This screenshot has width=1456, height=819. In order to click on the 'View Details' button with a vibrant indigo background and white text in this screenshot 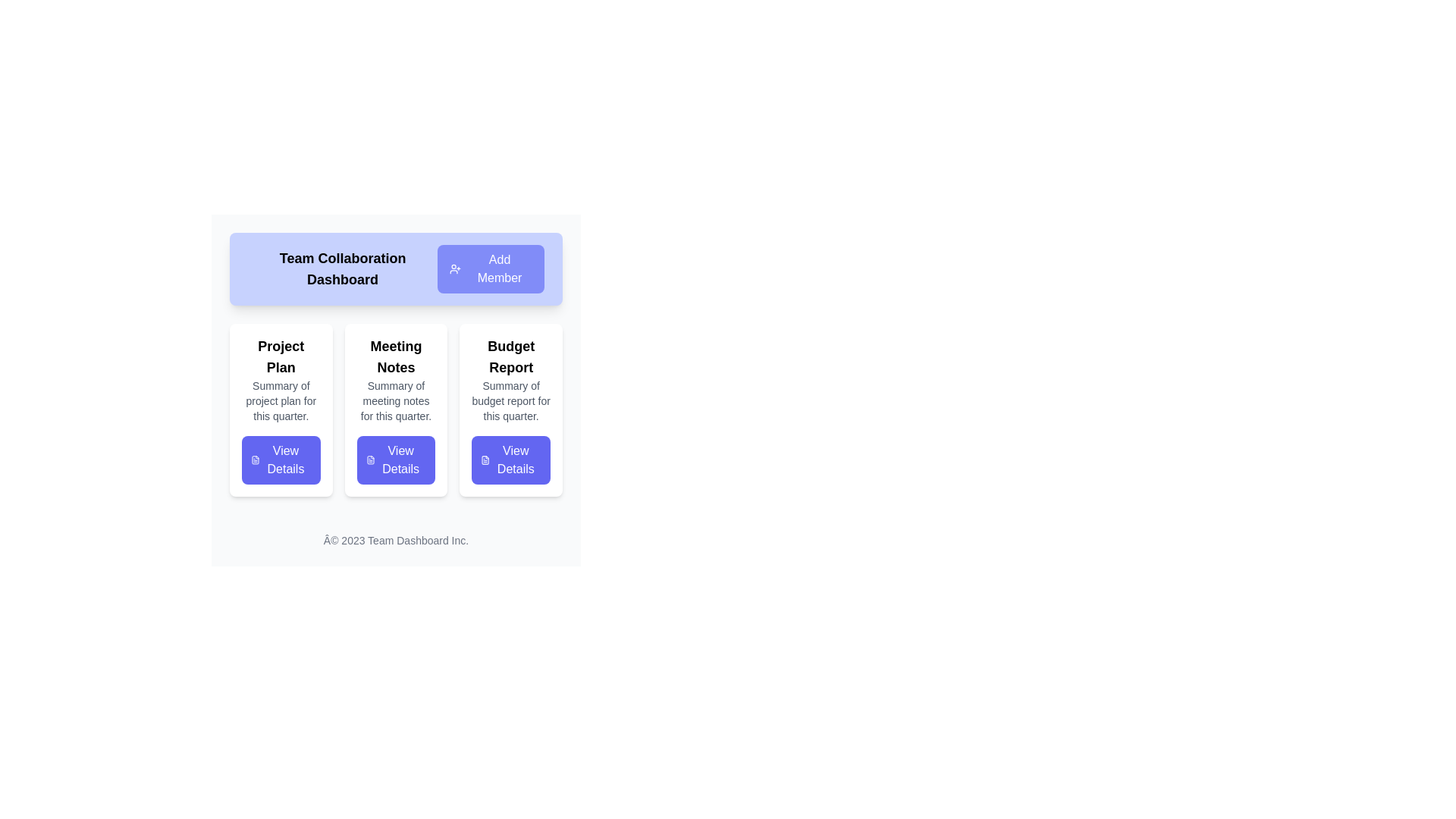, I will do `click(396, 459)`.